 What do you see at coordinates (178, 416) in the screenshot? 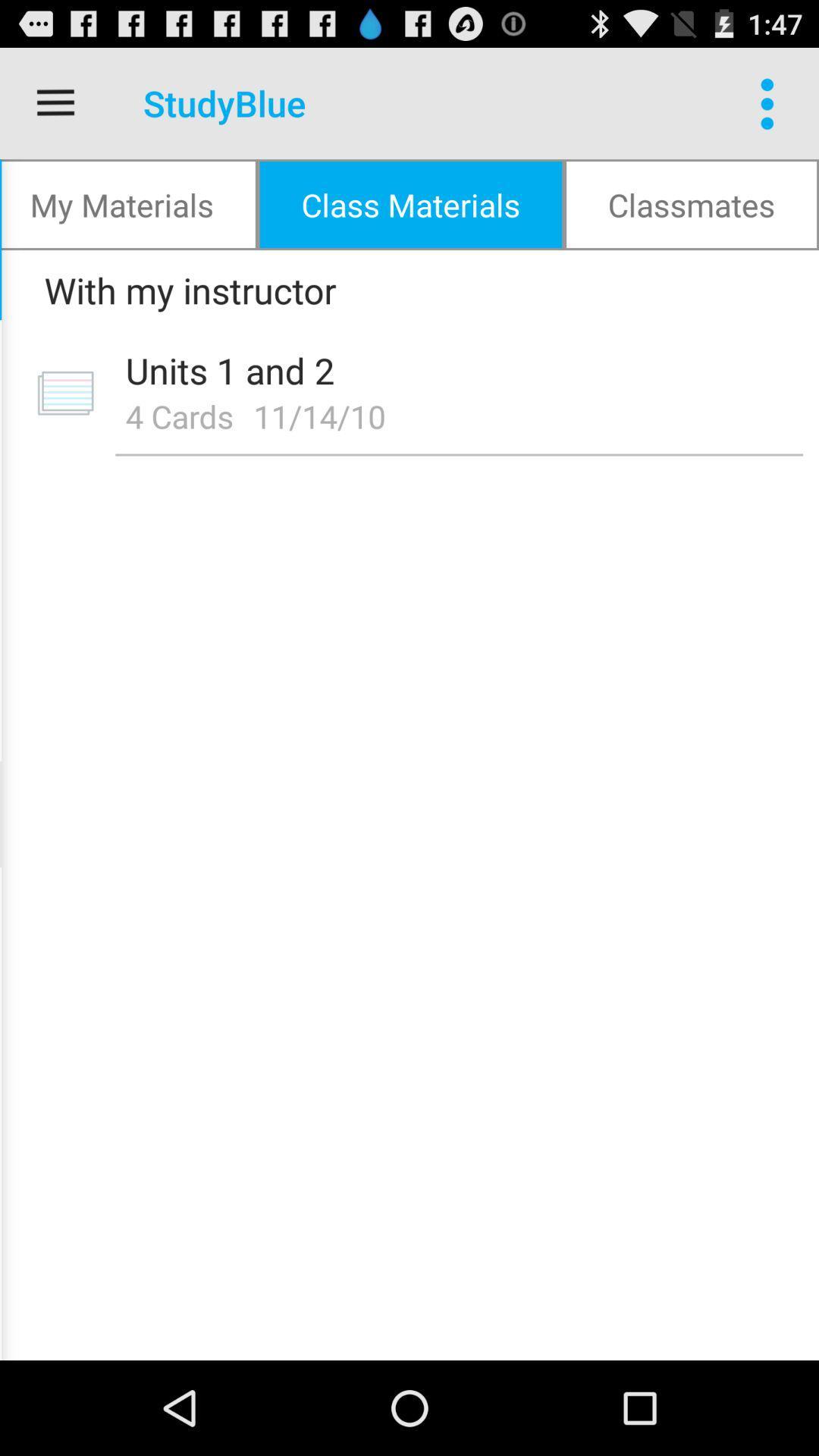
I see `the 4 cards` at bounding box center [178, 416].